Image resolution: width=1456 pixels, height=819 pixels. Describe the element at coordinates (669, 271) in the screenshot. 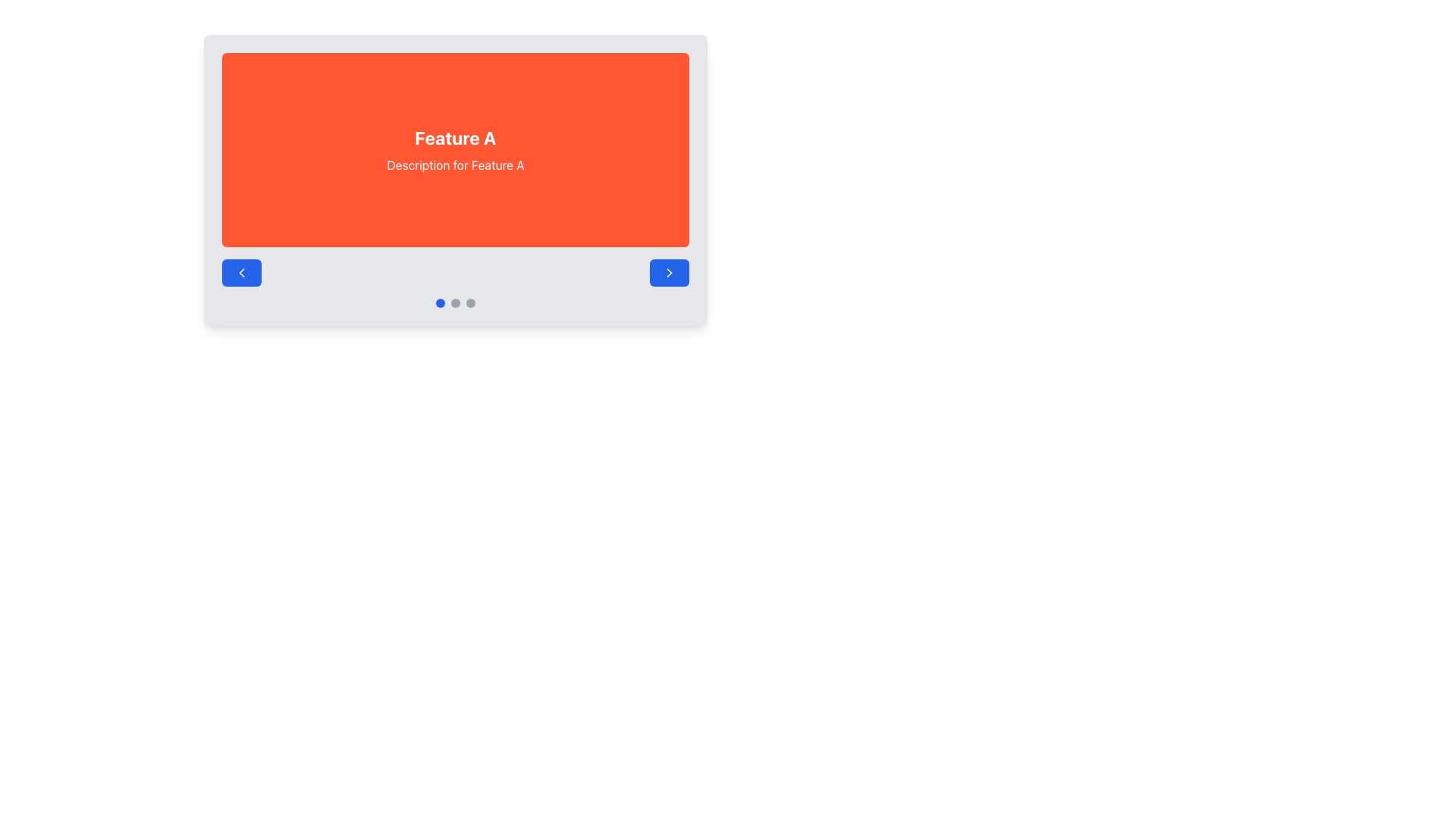

I see `the right-facing arrow icon within the blue circular button located at the bottom-right corner of the panel to observe its hover effect` at that location.